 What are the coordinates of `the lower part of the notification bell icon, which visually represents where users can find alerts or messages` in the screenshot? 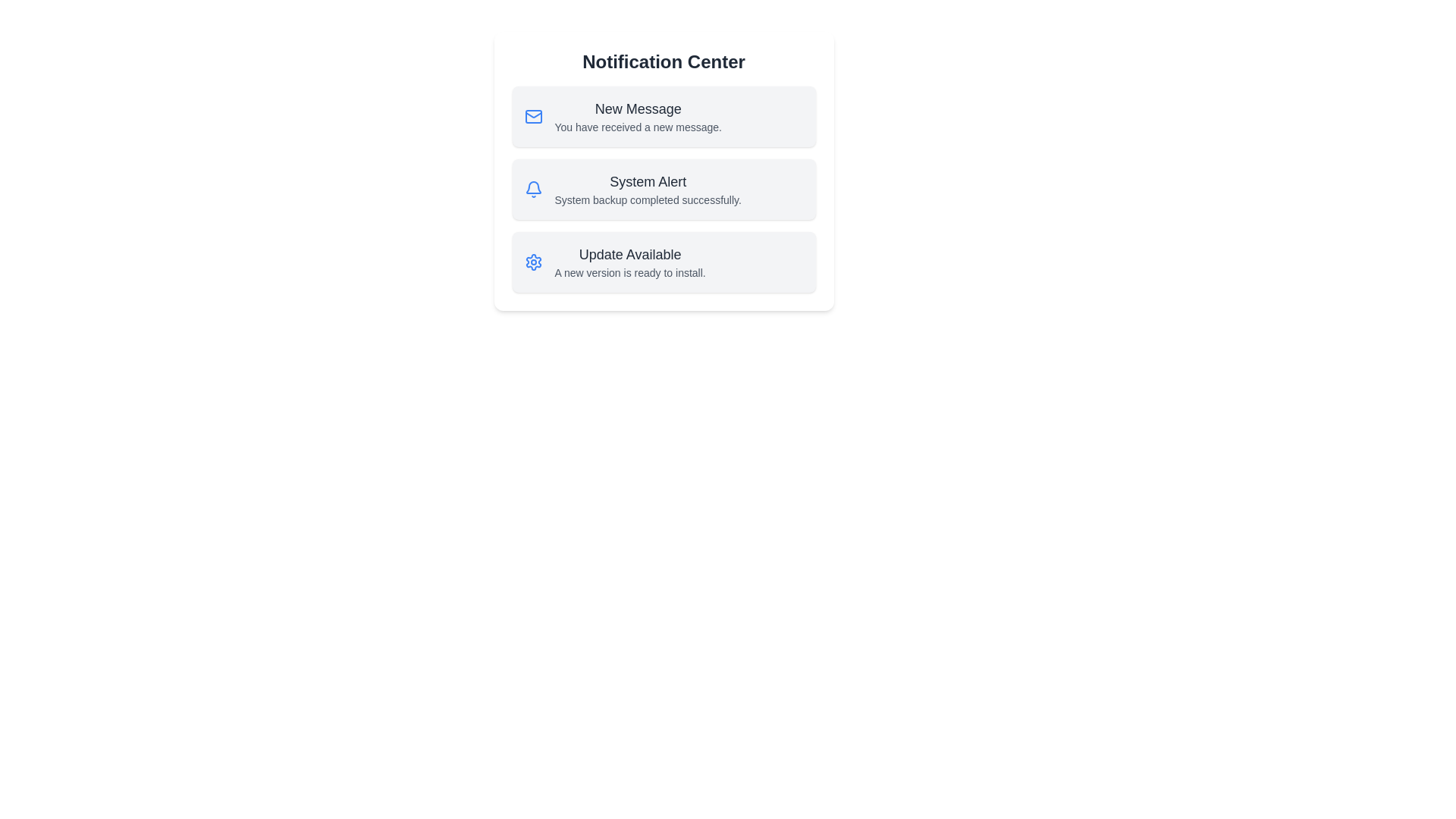 It's located at (533, 187).